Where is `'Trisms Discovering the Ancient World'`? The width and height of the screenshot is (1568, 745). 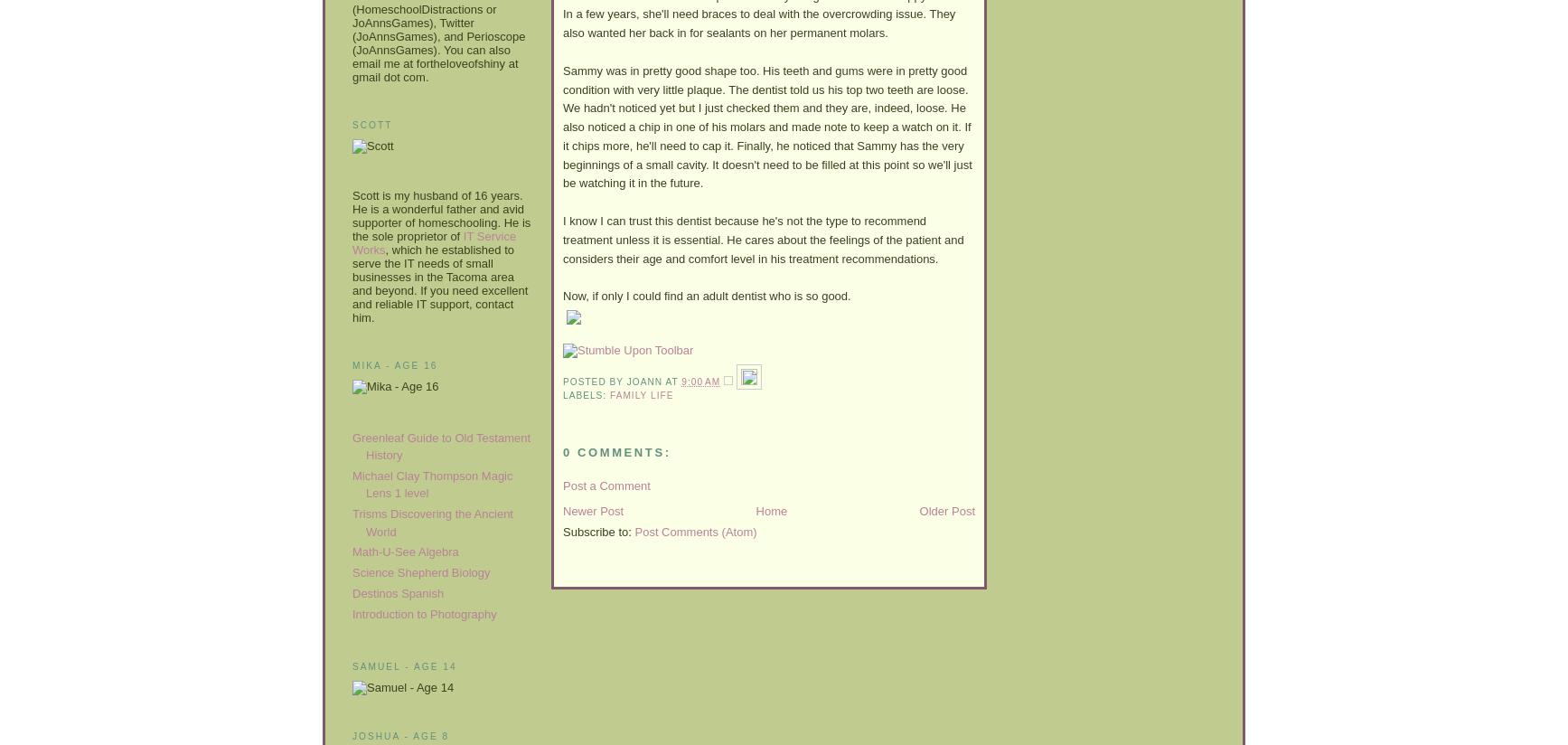 'Trisms Discovering the Ancient World' is located at coordinates (432, 522).